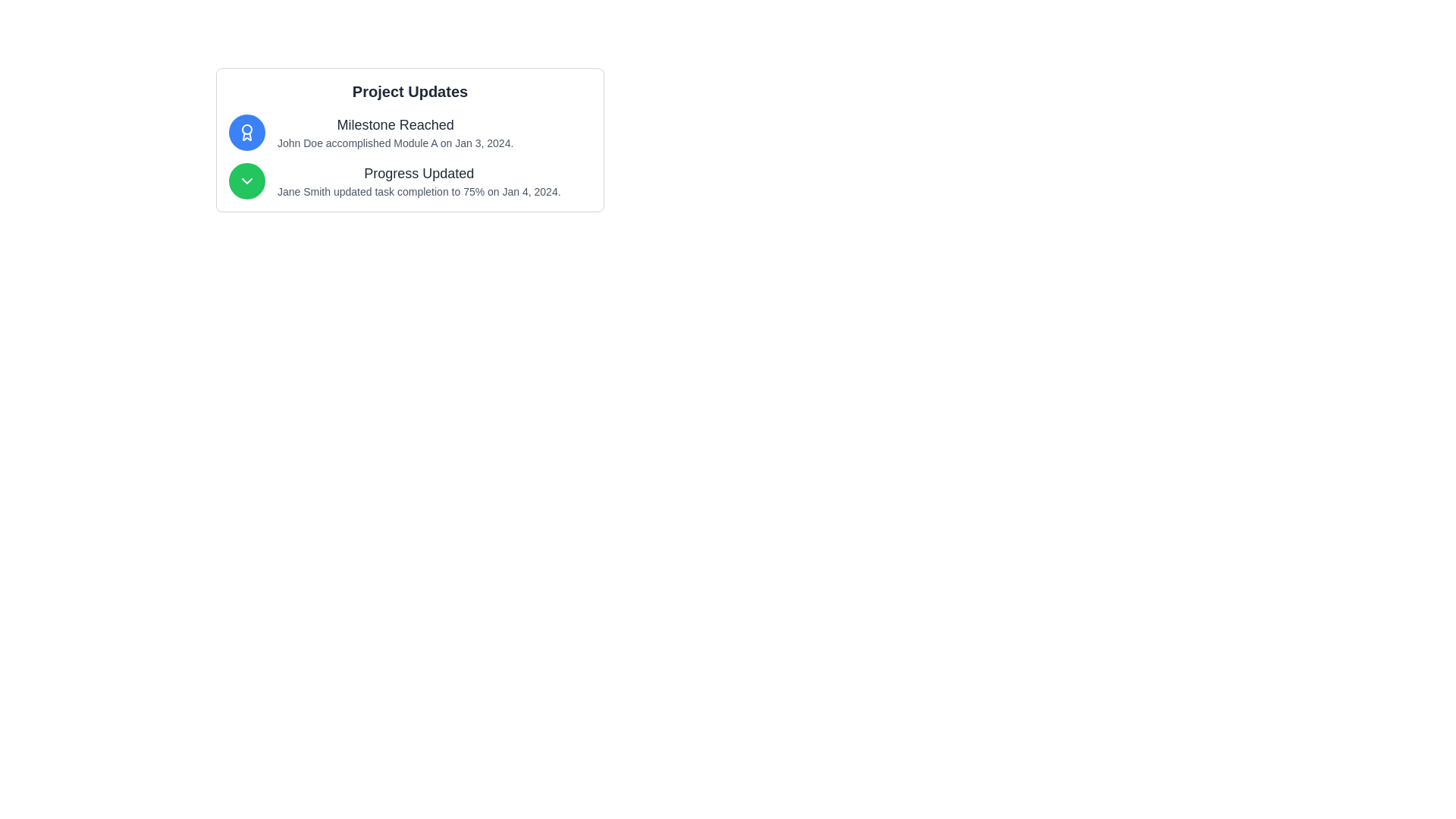  I want to click on the notification card informing users about a status update made by 'Jane Smith' regarding task completion, which is the second item in the vertically stacked collection of notifications, so click(410, 180).